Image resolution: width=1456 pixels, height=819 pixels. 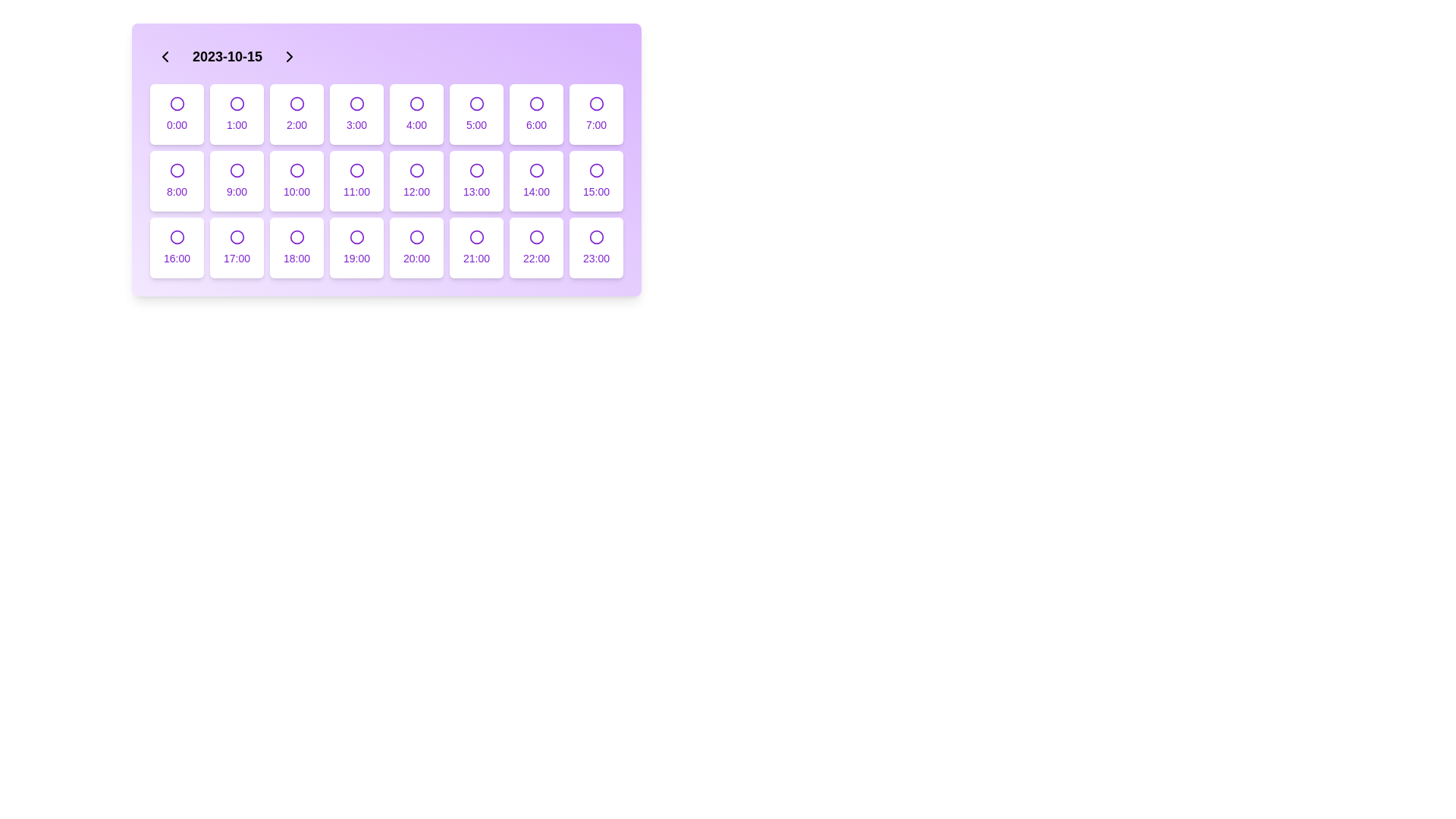 I want to click on the radio button for the time slot '13:00', so click(x=475, y=170).